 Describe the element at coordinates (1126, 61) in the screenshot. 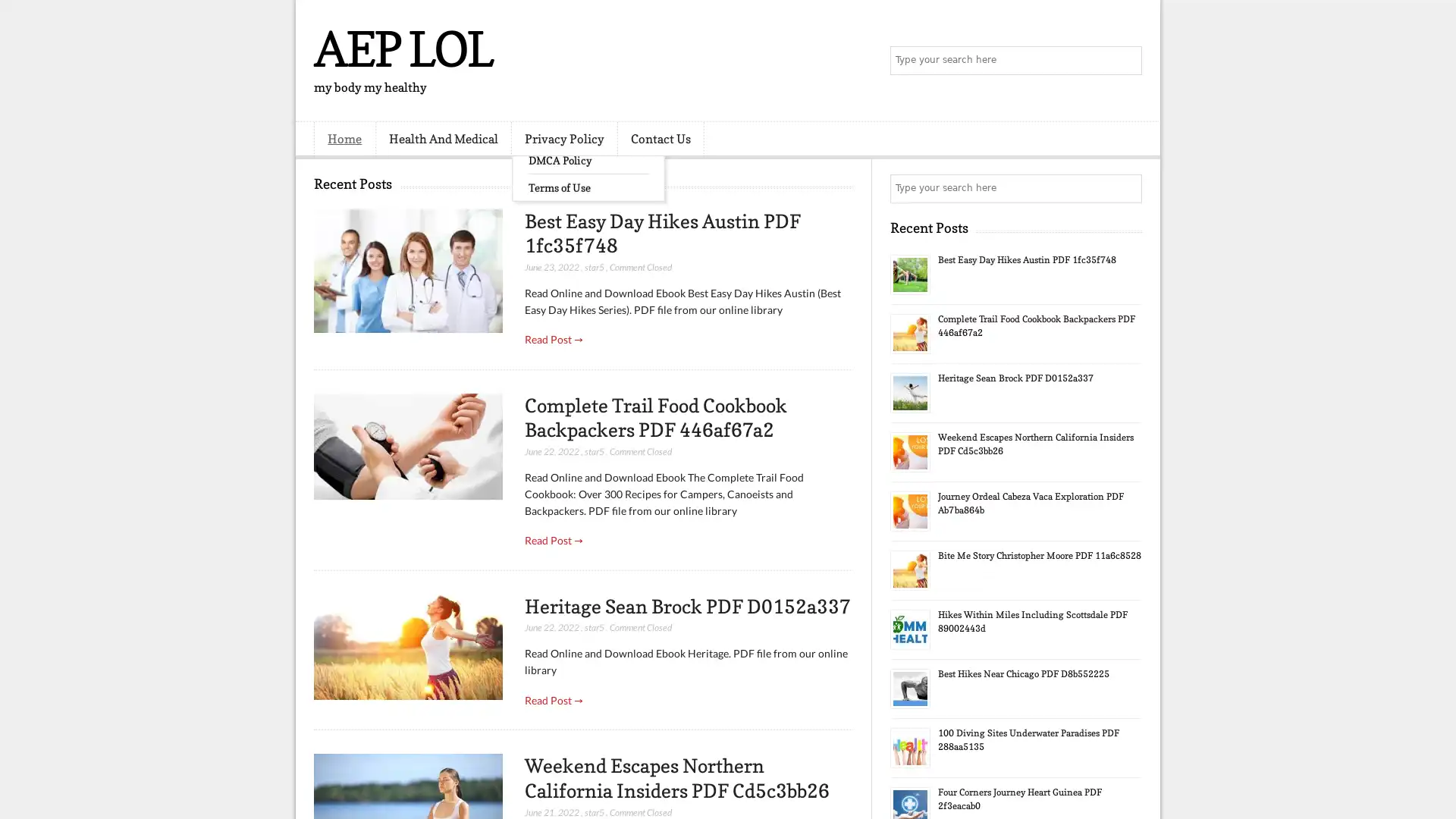

I see `Search` at that location.